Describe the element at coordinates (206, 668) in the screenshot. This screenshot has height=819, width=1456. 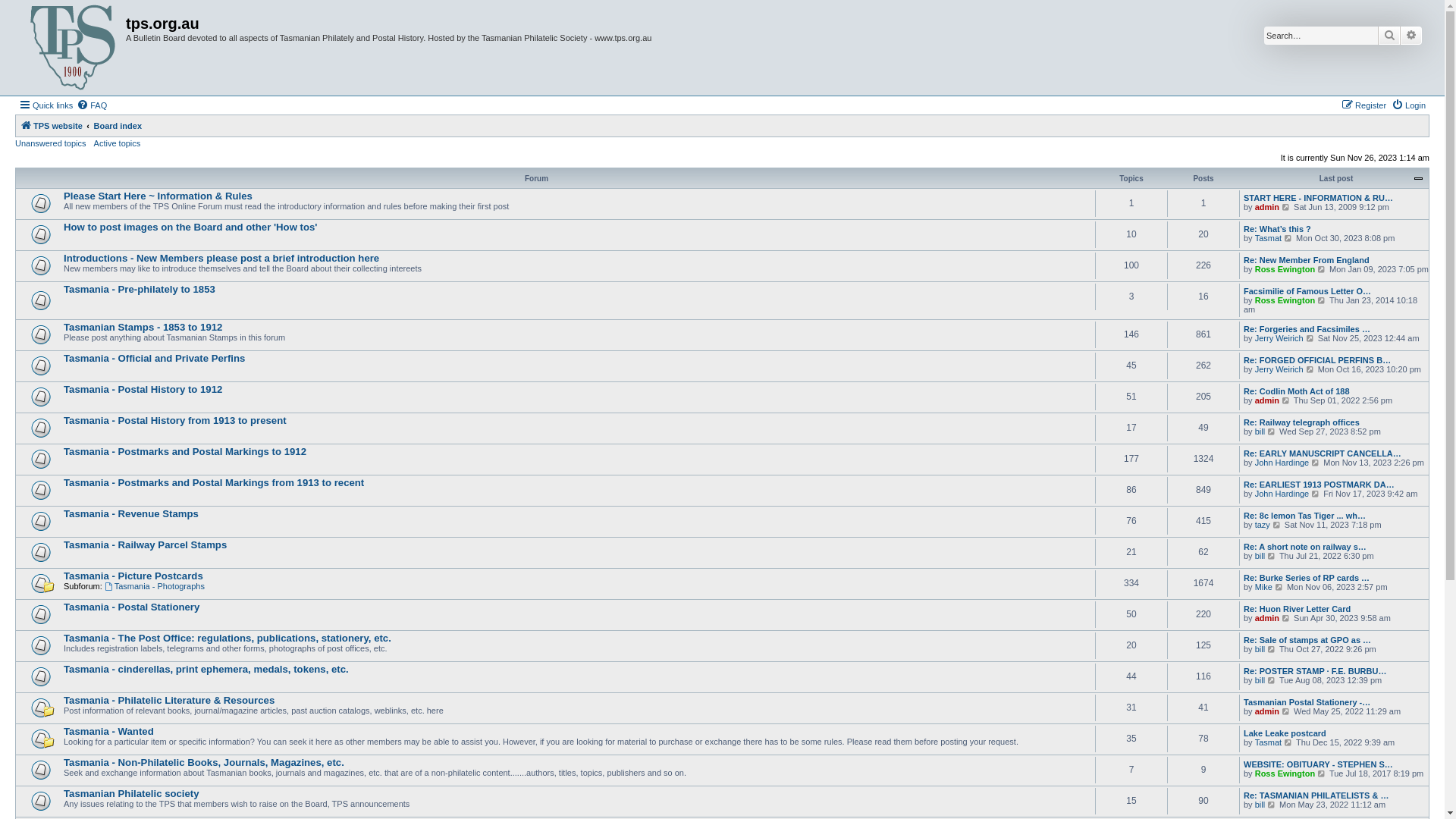
I see `'Tasmania - cinderellas, print ephemera, medals, tokens, etc.'` at that location.